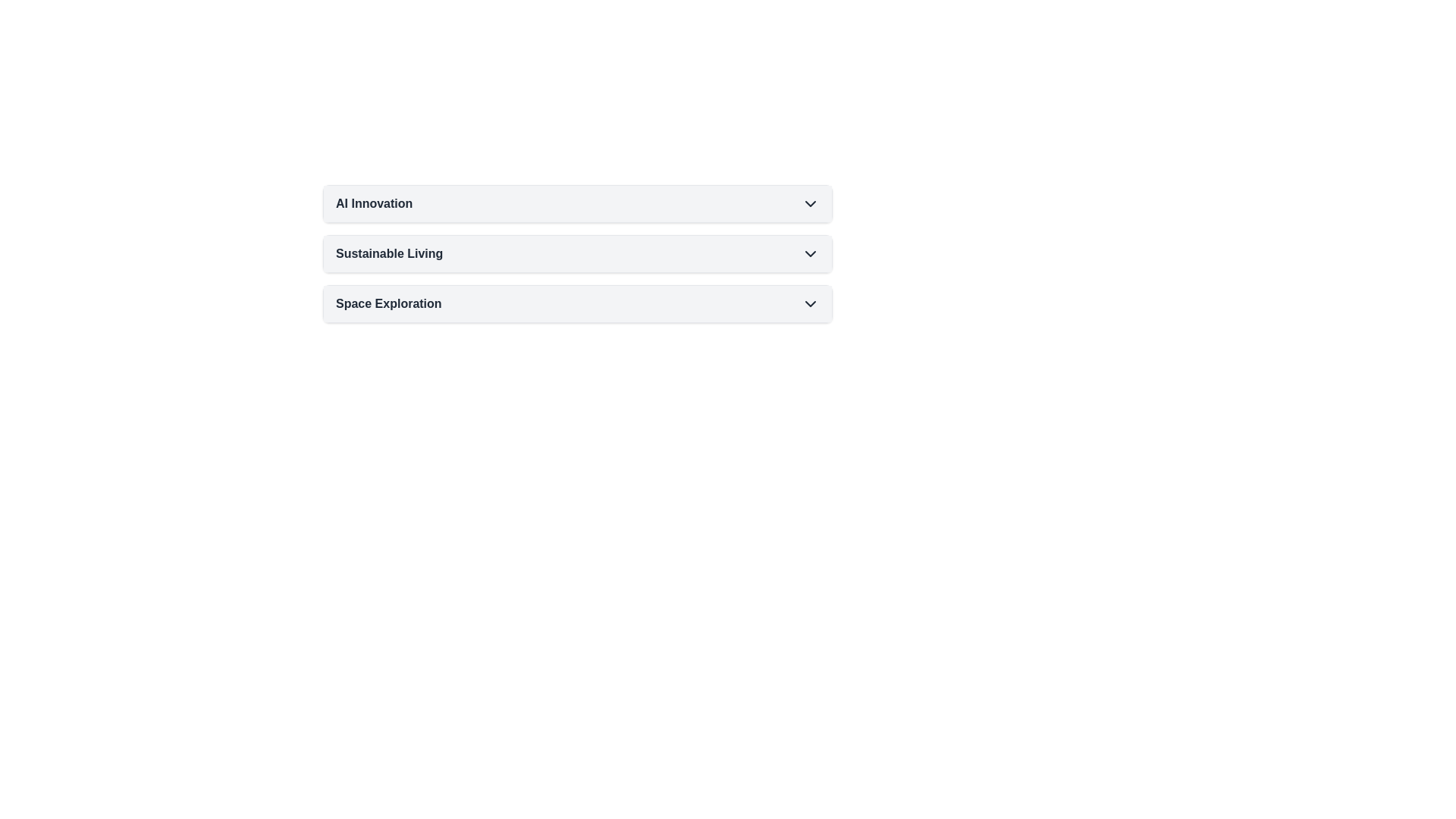  I want to click on the Dropdown Indicator located at the far-right side of the 'AI Innovation' section, so click(810, 203).